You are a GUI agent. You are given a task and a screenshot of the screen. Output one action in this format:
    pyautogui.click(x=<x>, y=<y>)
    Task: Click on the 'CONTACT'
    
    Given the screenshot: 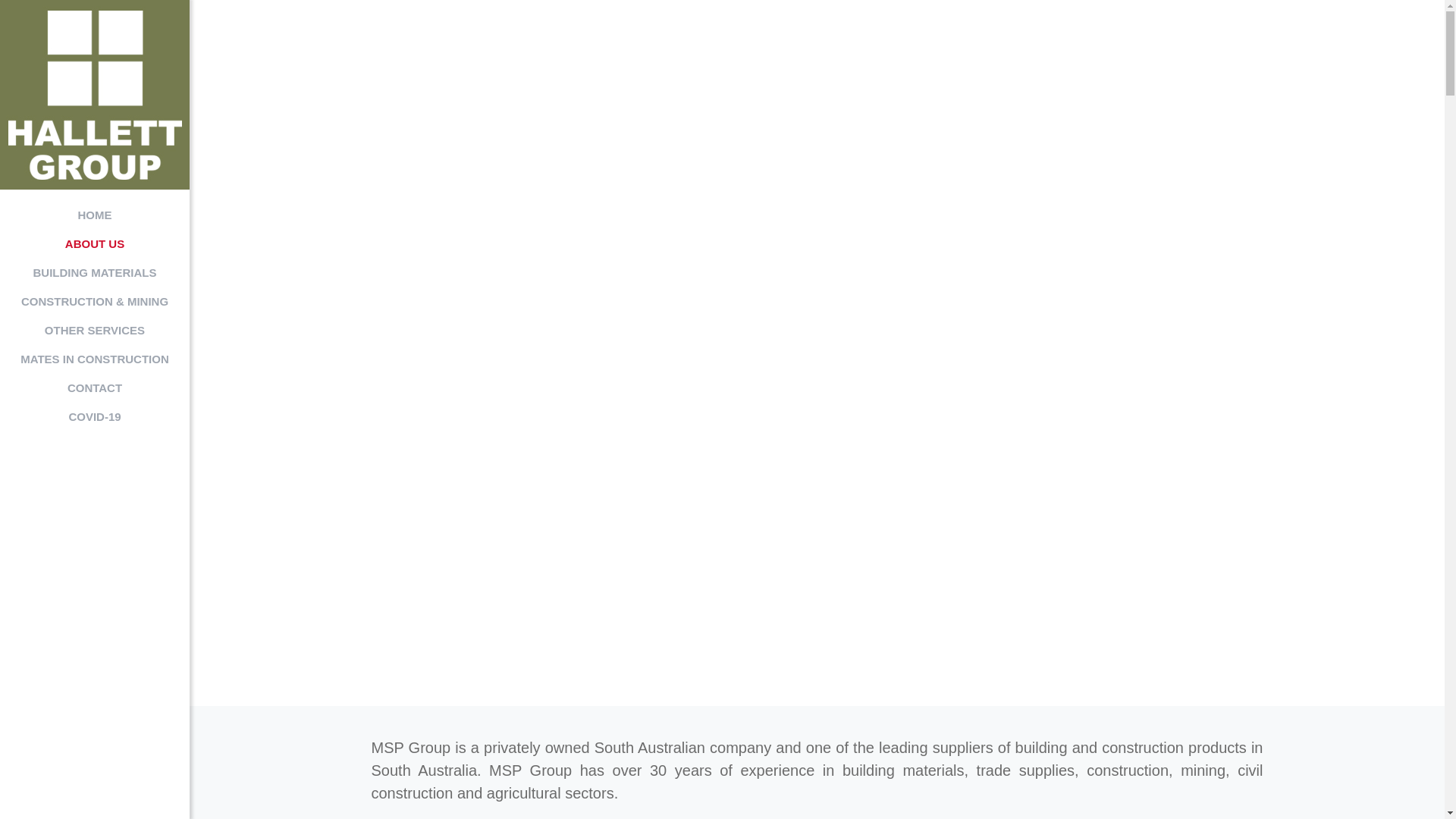 What is the action you would take?
    pyautogui.click(x=93, y=388)
    